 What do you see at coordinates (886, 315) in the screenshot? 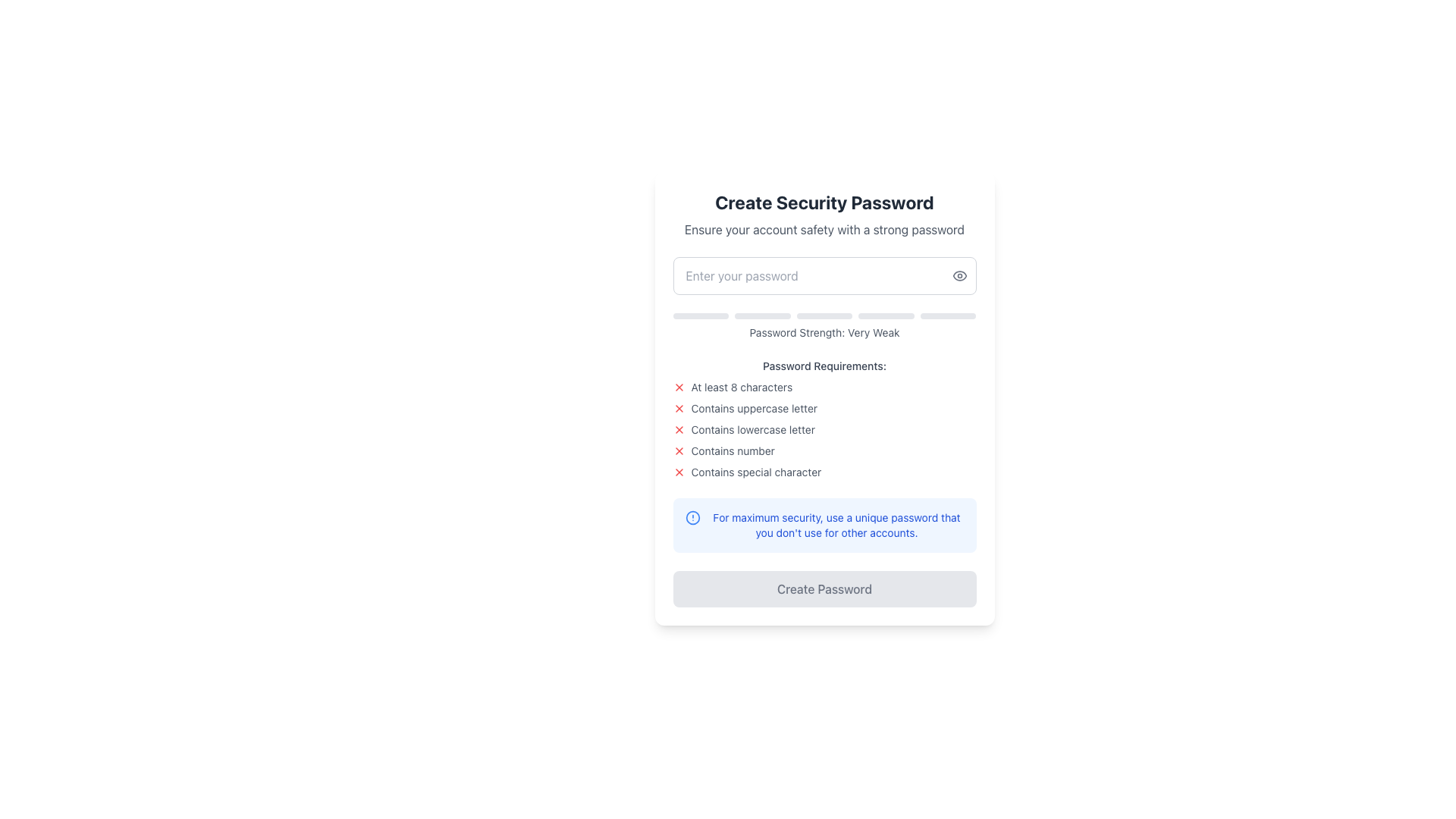
I see `the fourth segment of the progress indicator, which represents the completion level of the password strength, located below 'Password Strength: Very Weak'` at bounding box center [886, 315].